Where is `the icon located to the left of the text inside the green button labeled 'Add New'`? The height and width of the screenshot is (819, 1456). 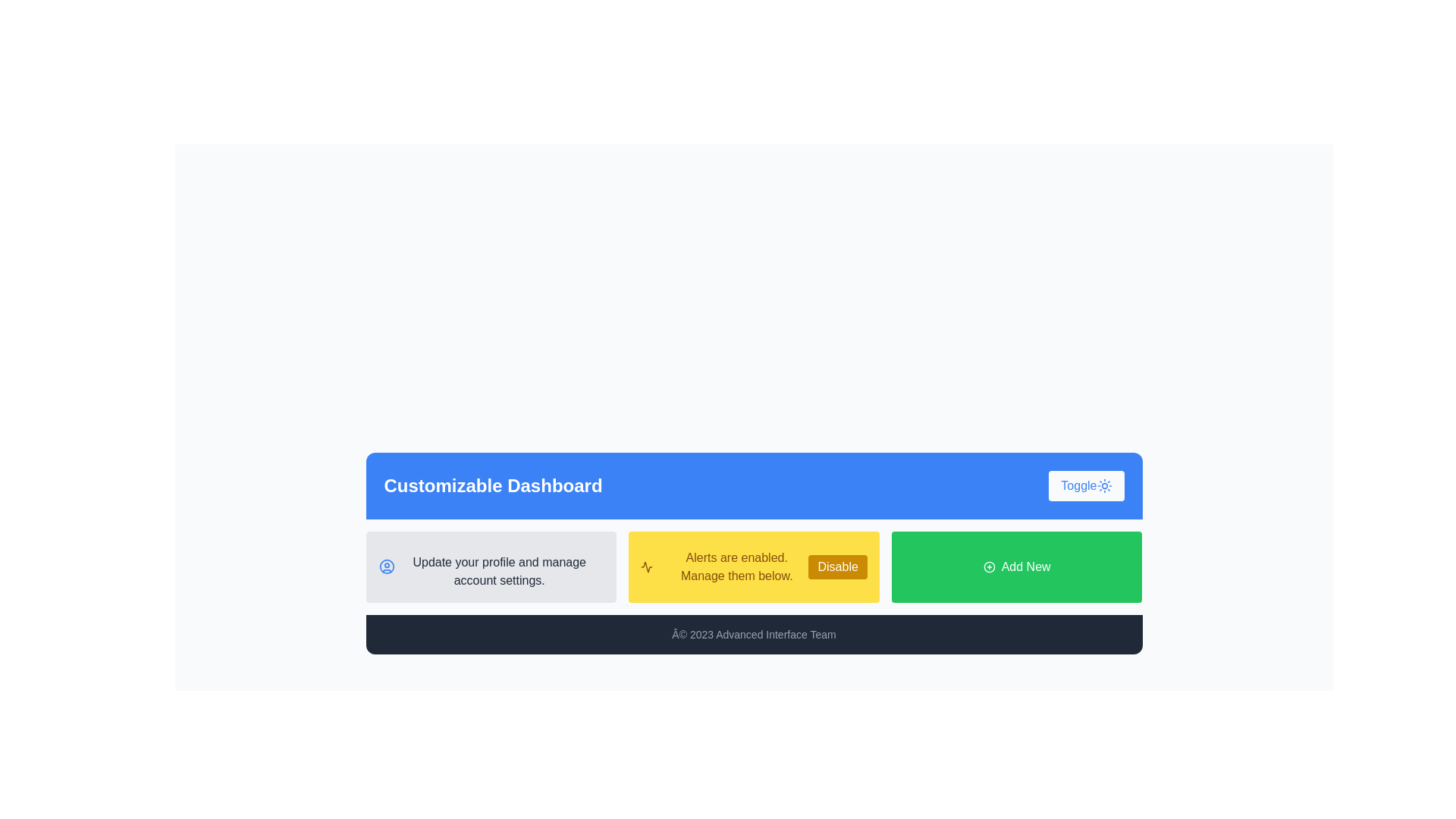
the icon located to the left of the text inside the green button labeled 'Add New' is located at coordinates (989, 567).